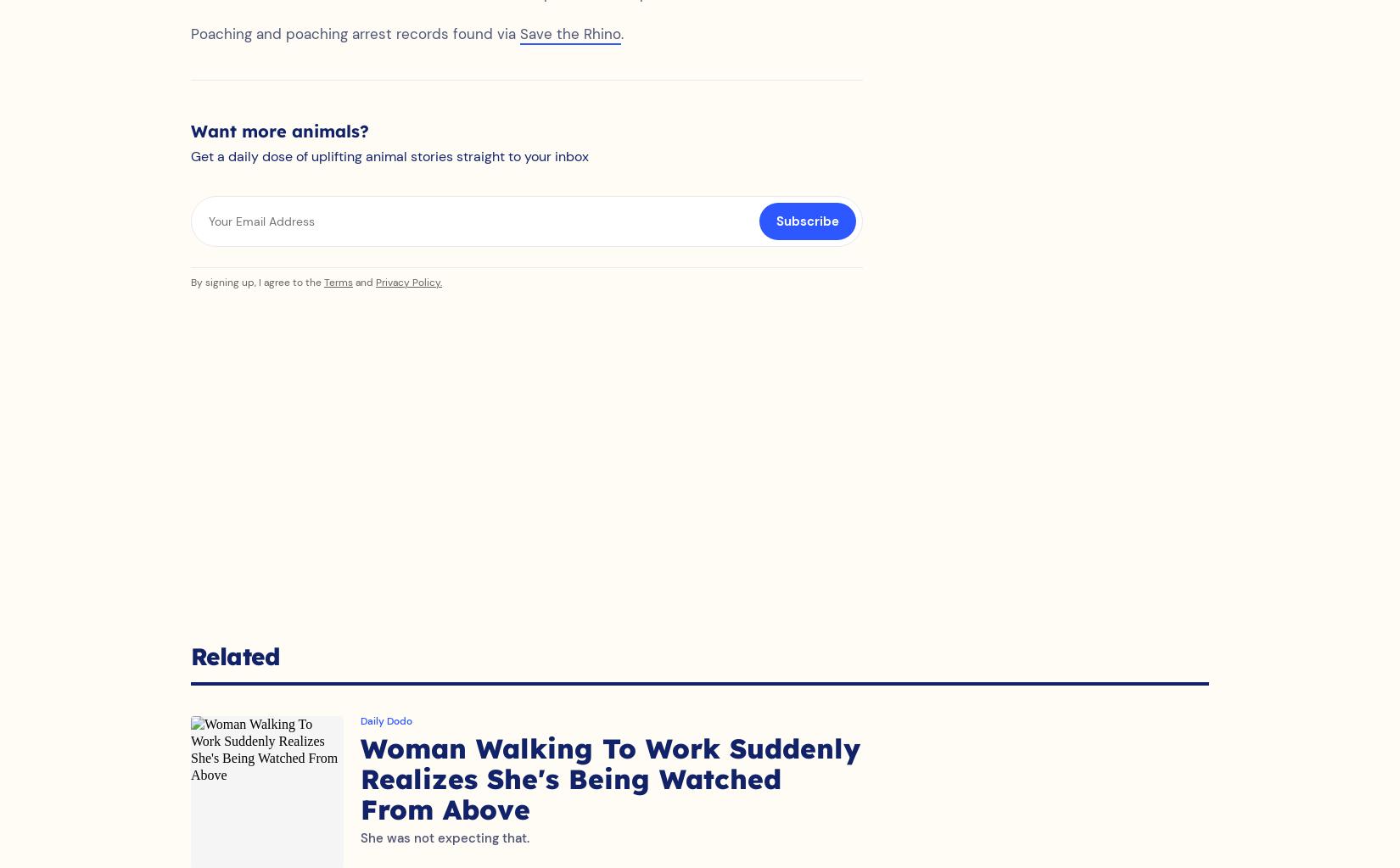  I want to click on 'Want more animals?', so click(280, 148).